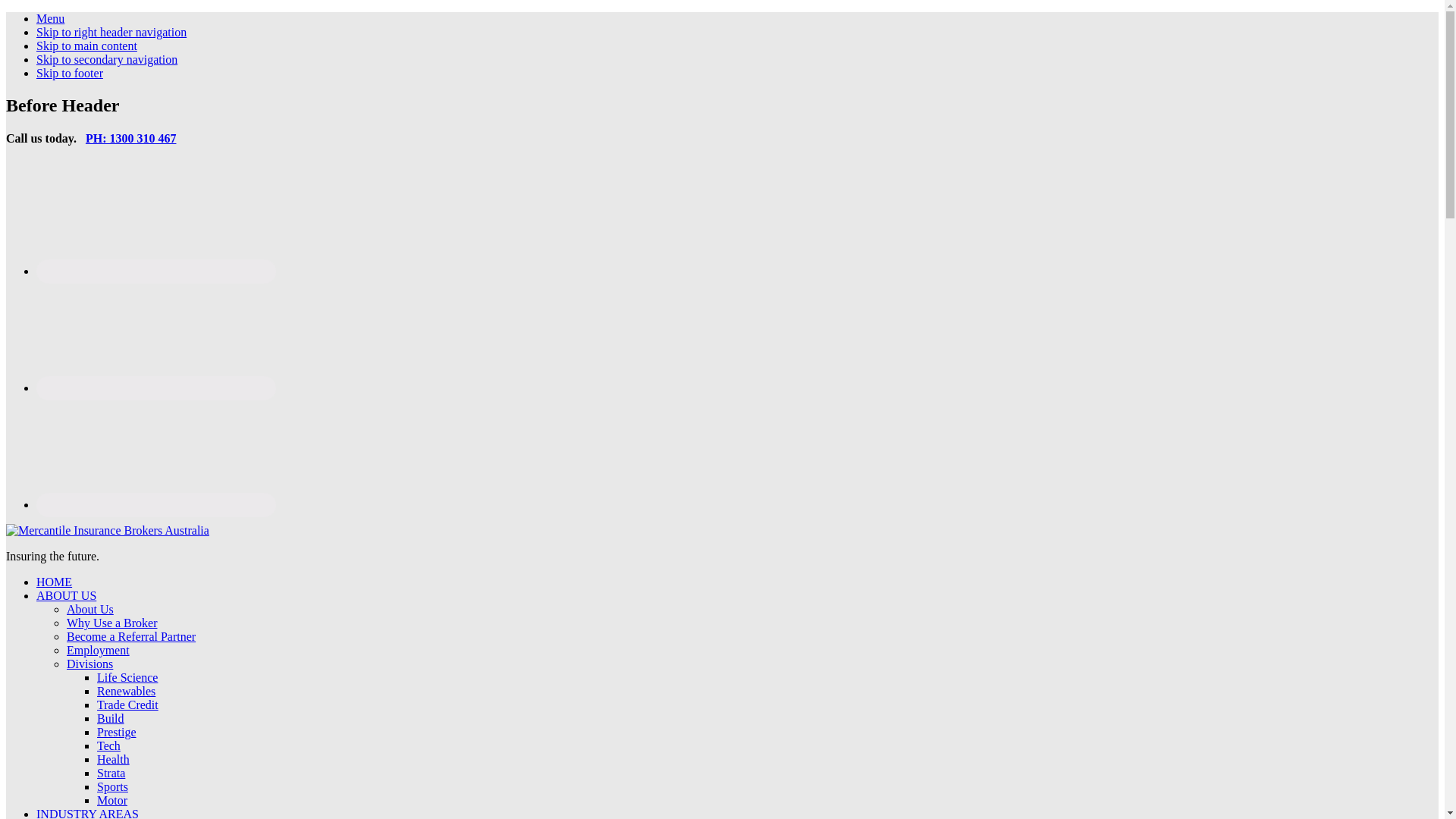  I want to click on 'Sports', so click(111, 786).